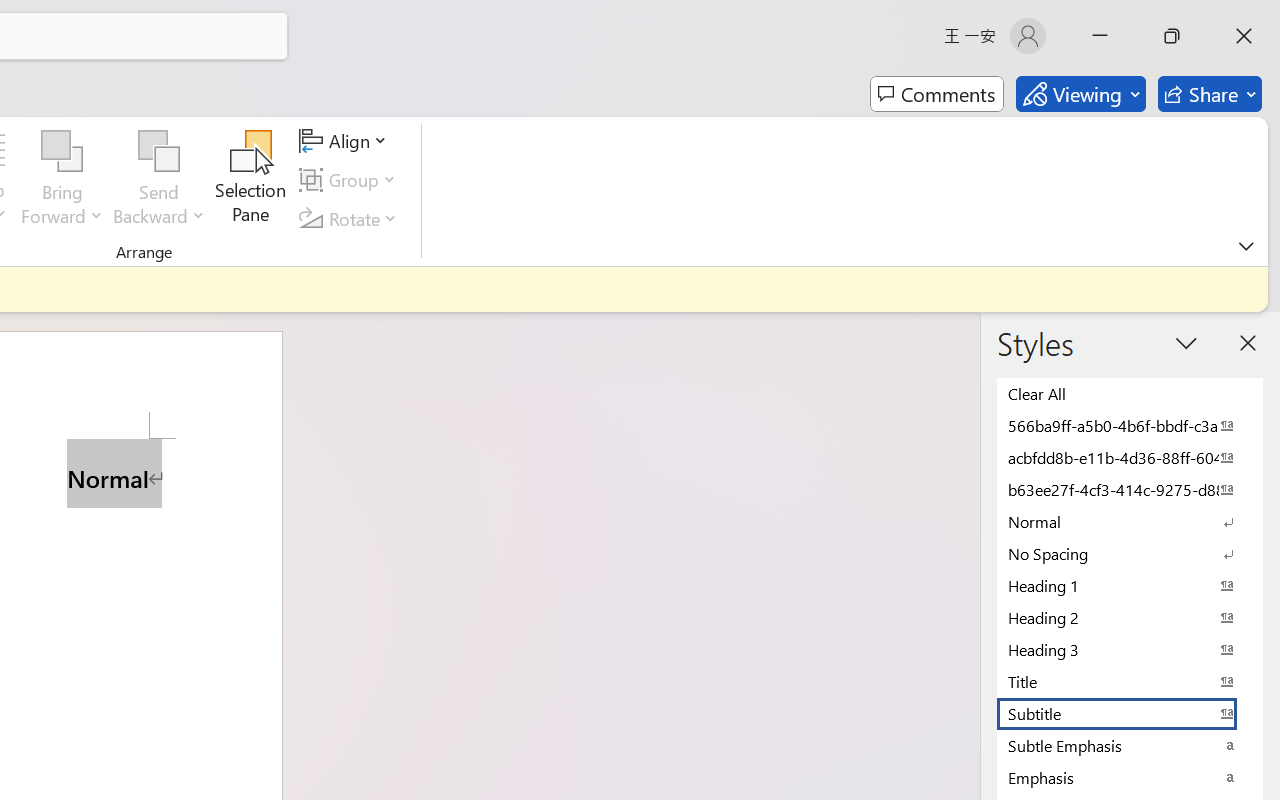 The height and width of the screenshot is (800, 1280). Describe the element at coordinates (351, 218) in the screenshot. I see `'Rotate'` at that location.